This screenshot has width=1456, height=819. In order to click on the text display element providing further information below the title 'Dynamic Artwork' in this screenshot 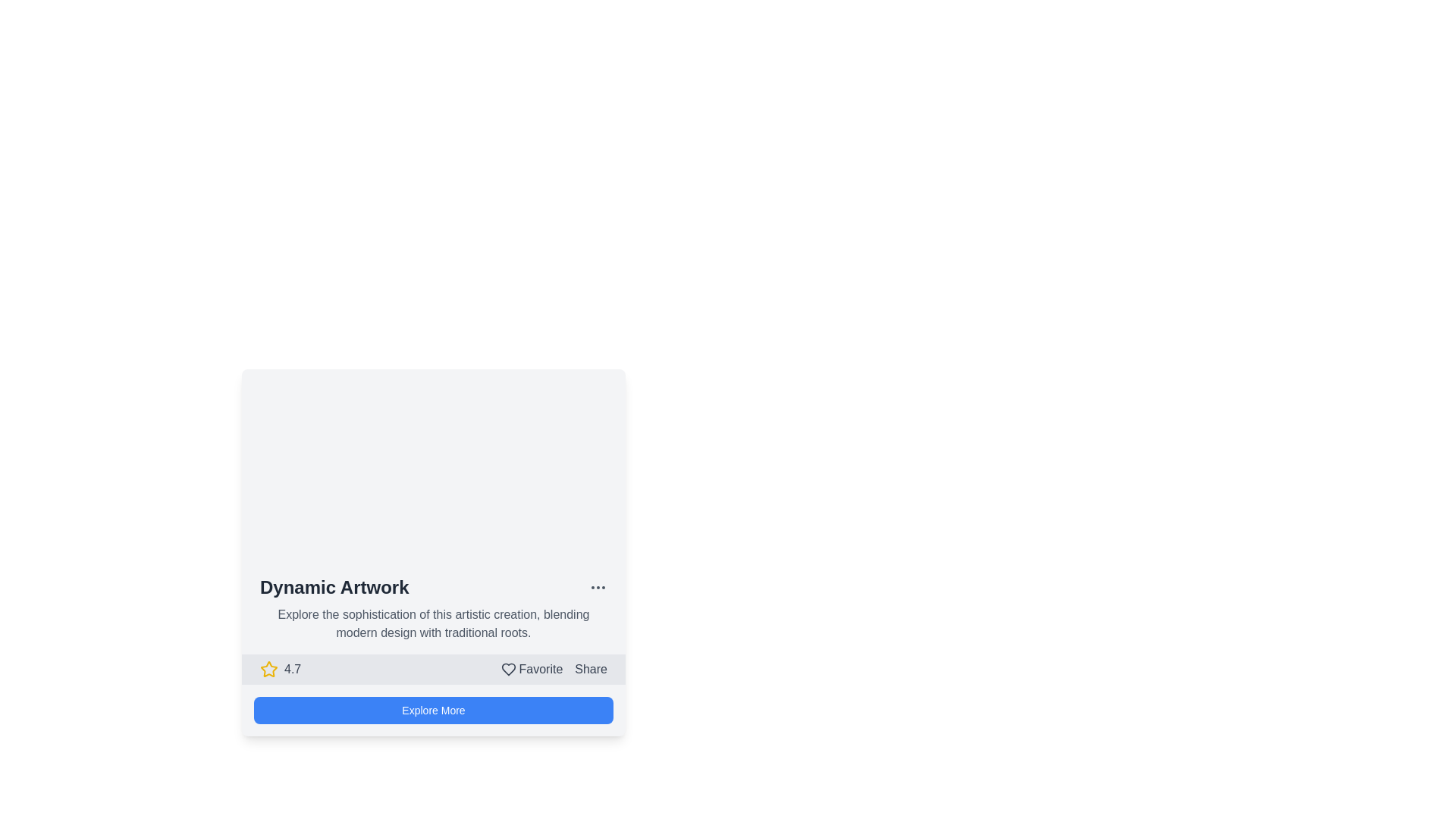, I will do `click(432, 623)`.